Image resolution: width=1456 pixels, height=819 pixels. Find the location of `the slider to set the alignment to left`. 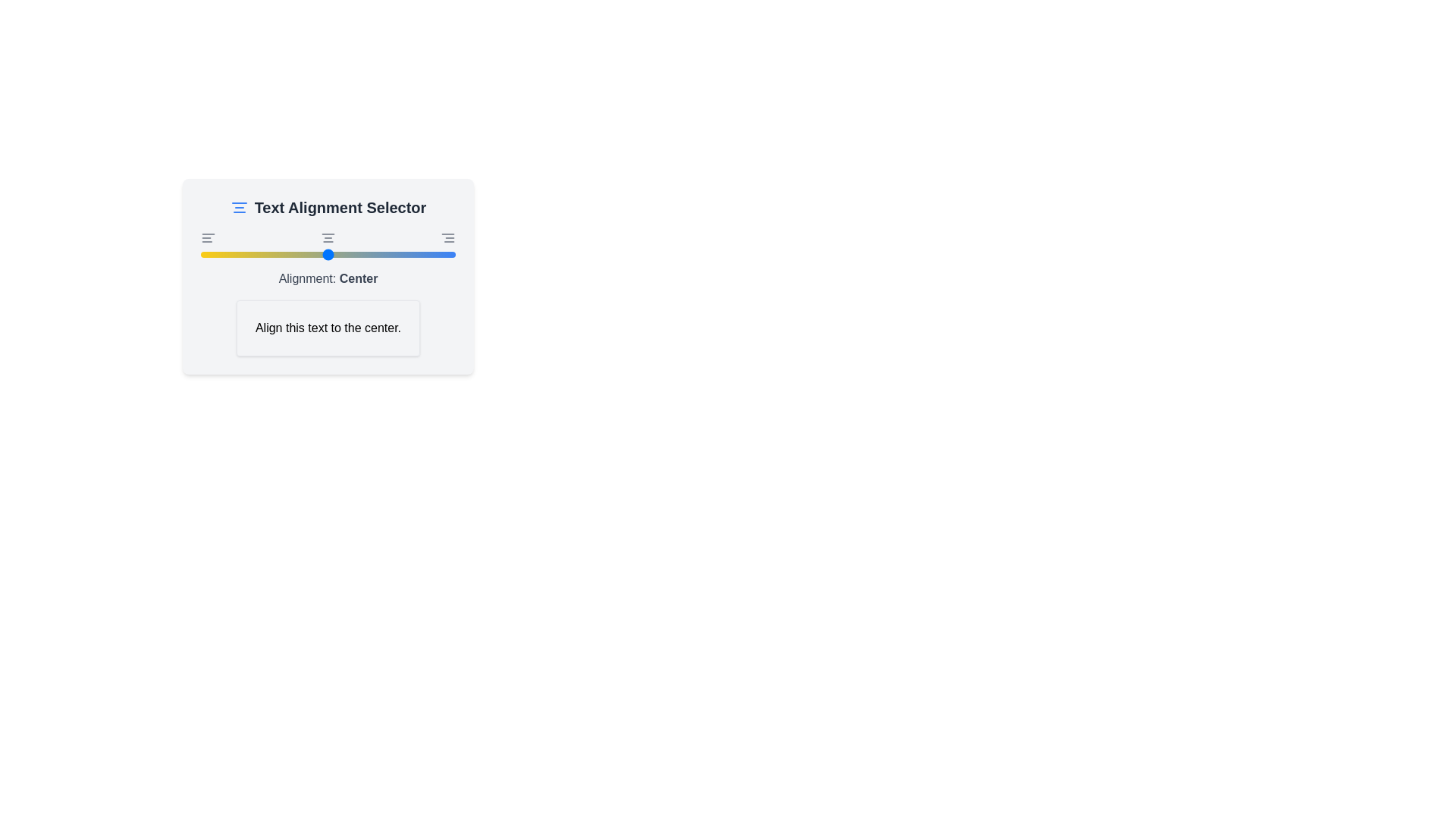

the slider to set the alignment to left is located at coordinates (199, 253).